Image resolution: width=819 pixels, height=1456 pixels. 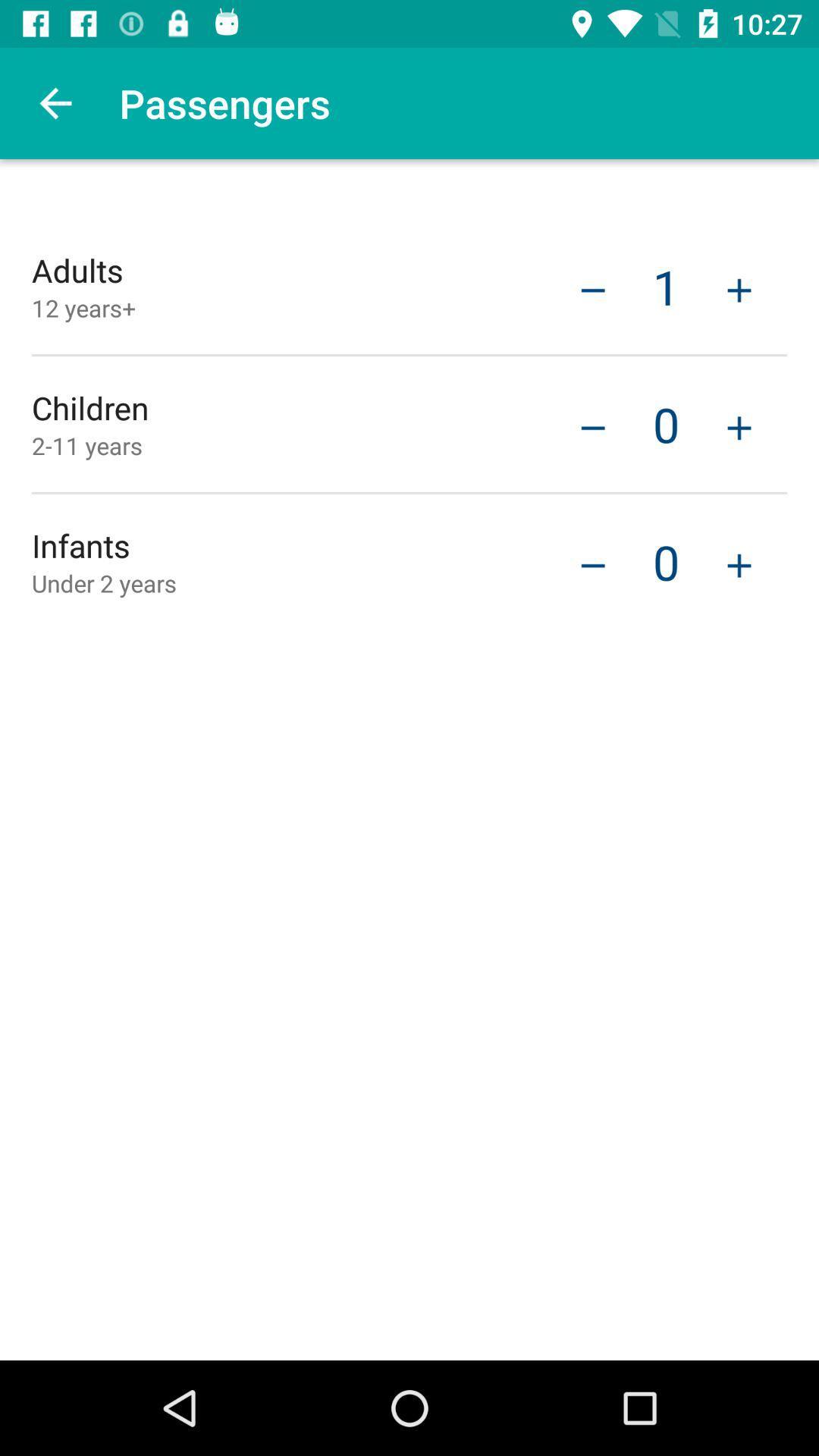 What do you see at coordinates (592, 425) in the screenshot?
I see `the minus icon` at bounding box center [592, 425].